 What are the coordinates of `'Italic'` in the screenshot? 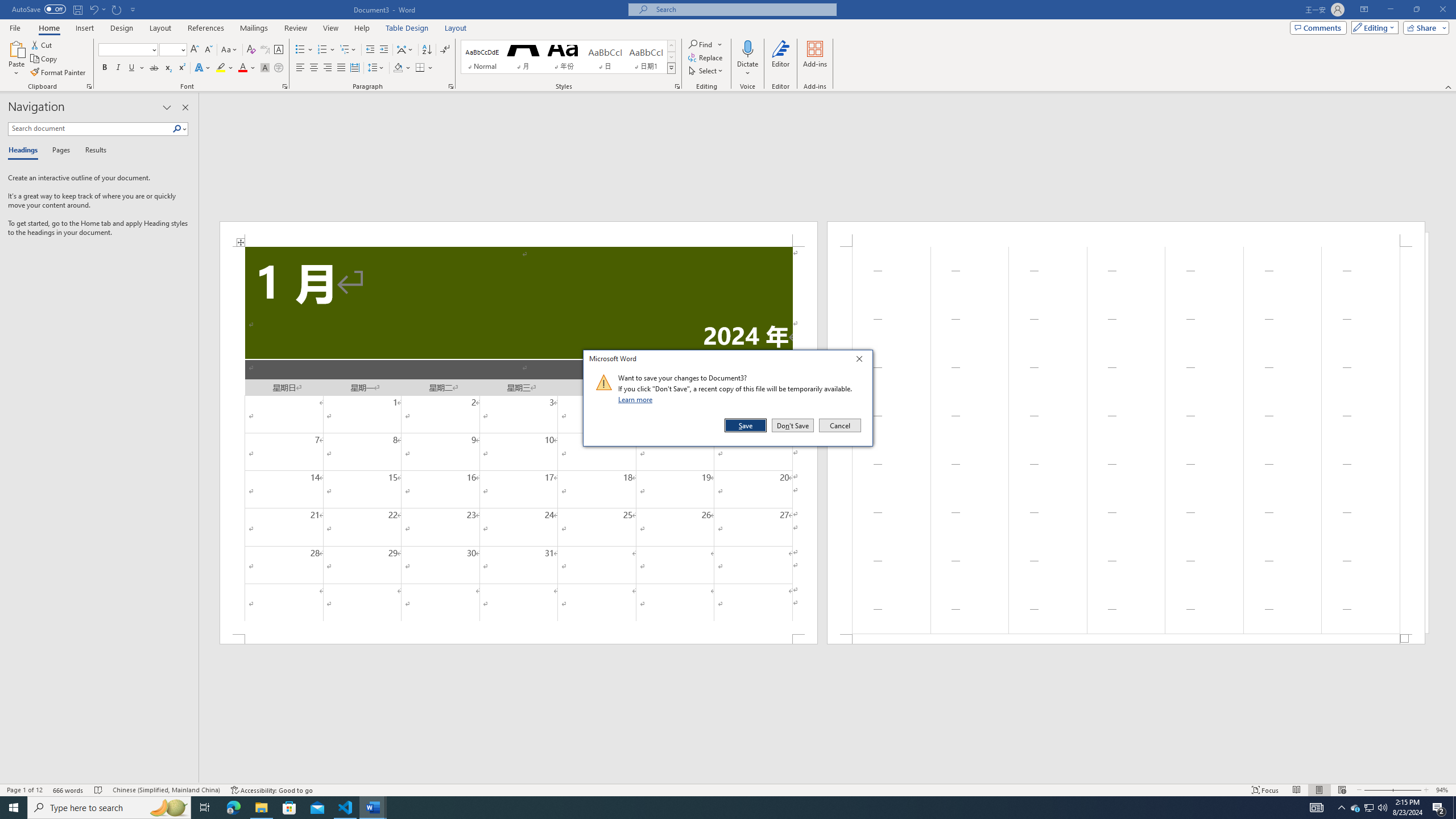 It's located at (118, 67).